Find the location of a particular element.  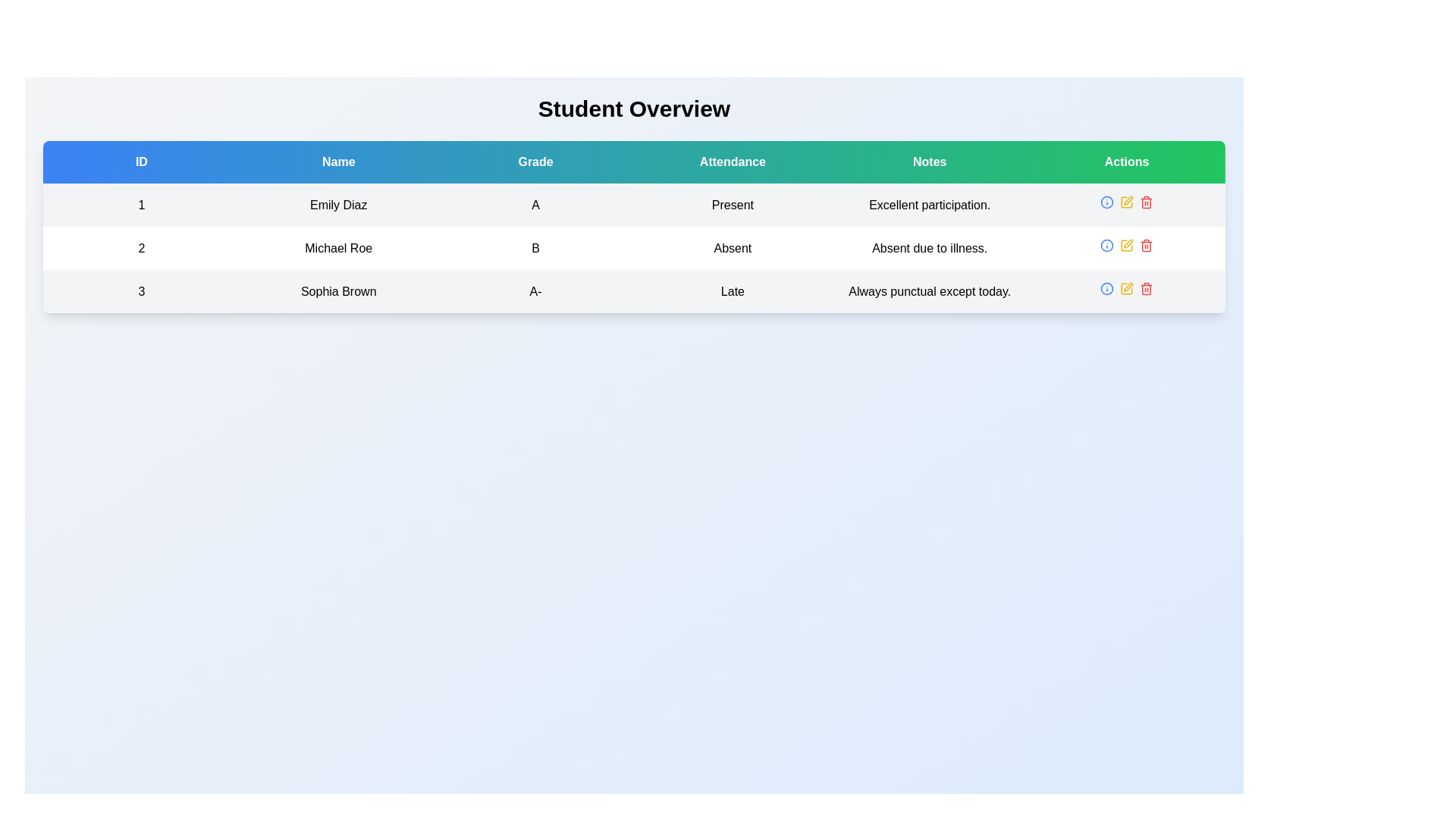

the delete button located in the 'Actions' column of the table at the rightmost side of the interface is located at coordinates (1147, 289).